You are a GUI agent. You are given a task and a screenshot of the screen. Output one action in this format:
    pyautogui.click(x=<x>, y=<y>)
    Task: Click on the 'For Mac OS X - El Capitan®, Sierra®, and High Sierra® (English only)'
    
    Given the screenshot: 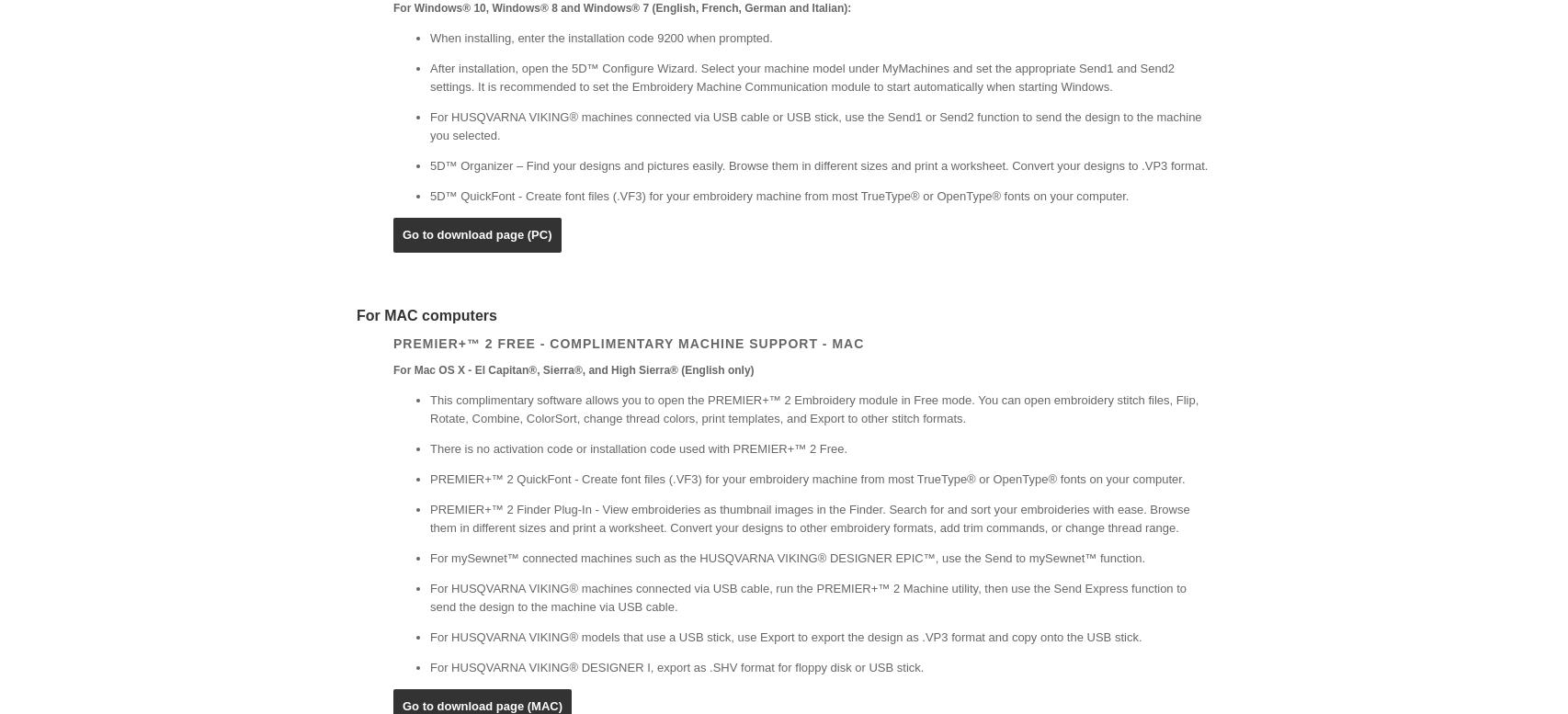 What is the action you would take?
    pyautogui.click(x=573, y=369)
    